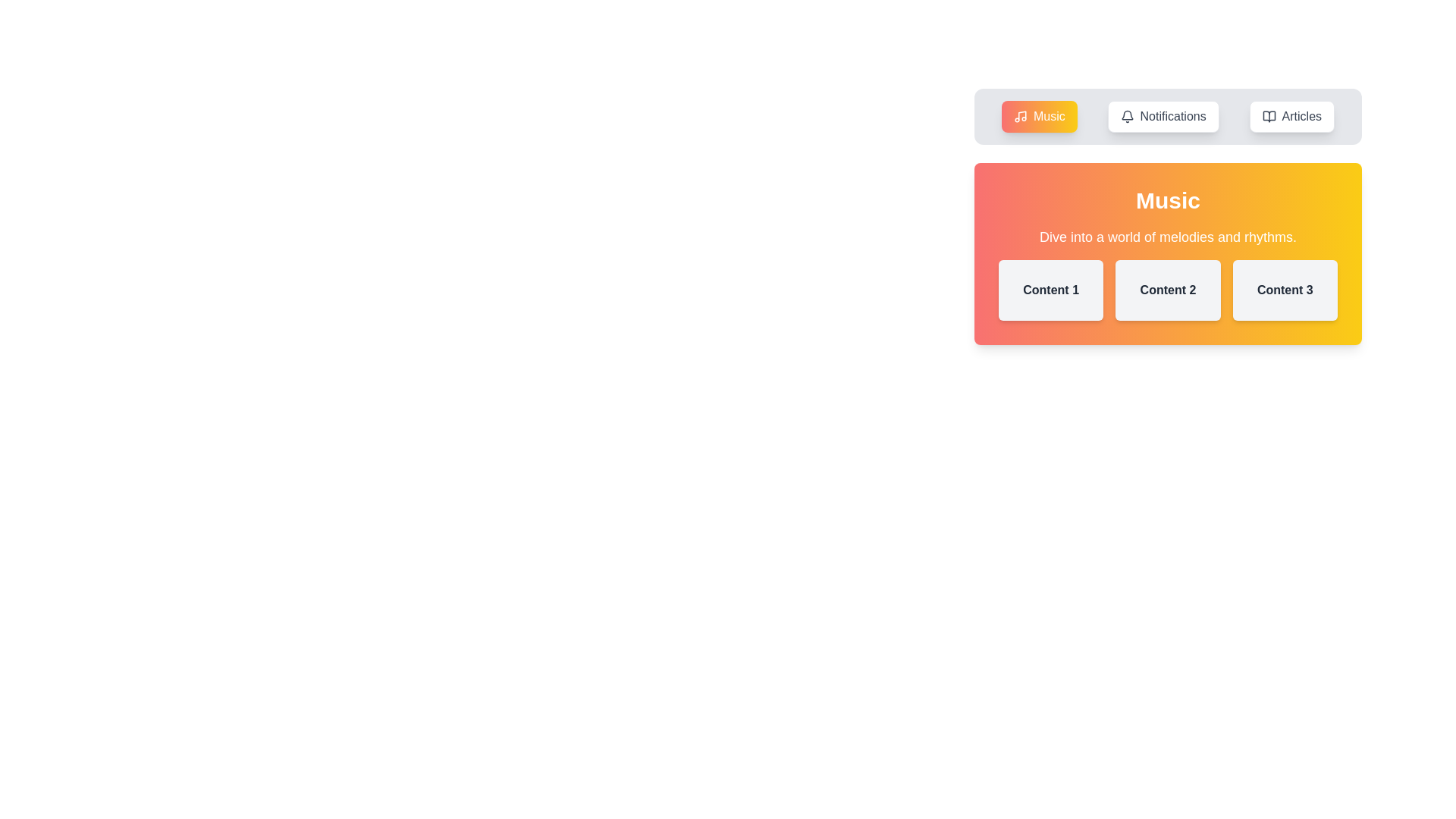  Describe the element at coordinates (1038, 116) in the screenshot. I see `the tab labeled Music to switch to it` at that location.